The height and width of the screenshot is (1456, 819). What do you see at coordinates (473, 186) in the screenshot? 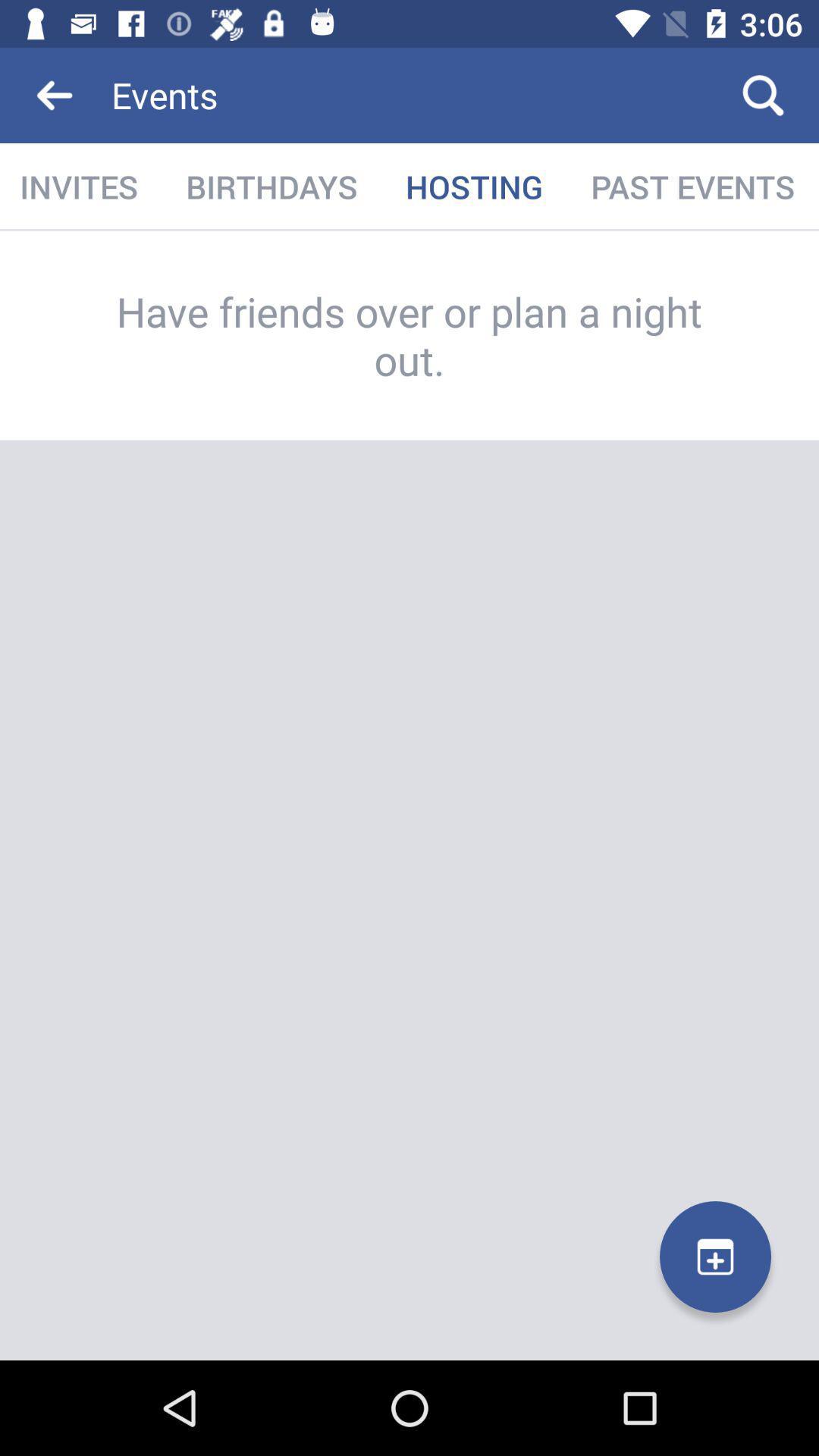
I see `the icon next to past events item` at bounding box center [473, 186].